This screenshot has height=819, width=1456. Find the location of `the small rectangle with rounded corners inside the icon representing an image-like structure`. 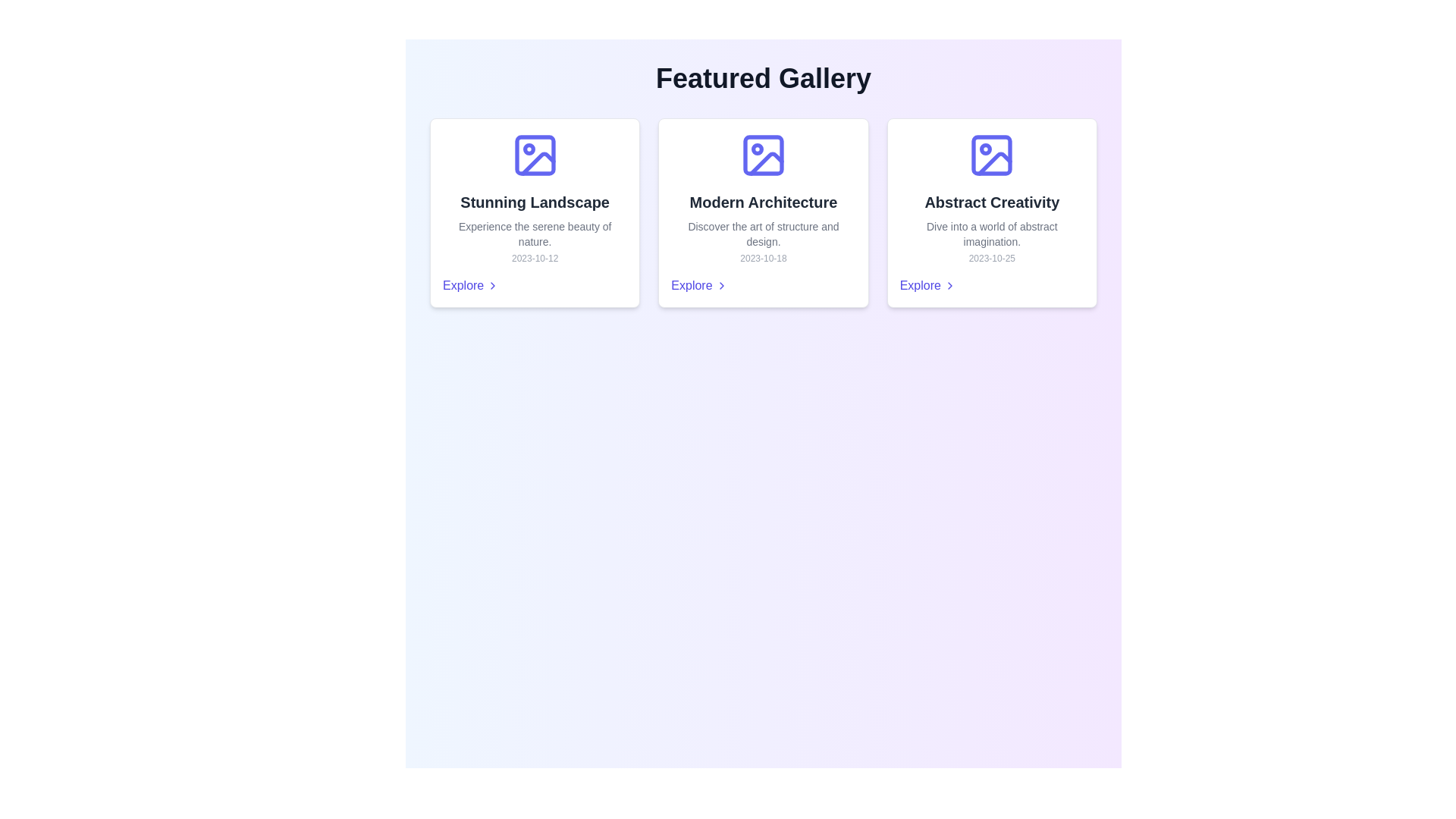

the small rectangle with rounded corners inside the icon representing an image-like structure is located at coordinates (992, 155).